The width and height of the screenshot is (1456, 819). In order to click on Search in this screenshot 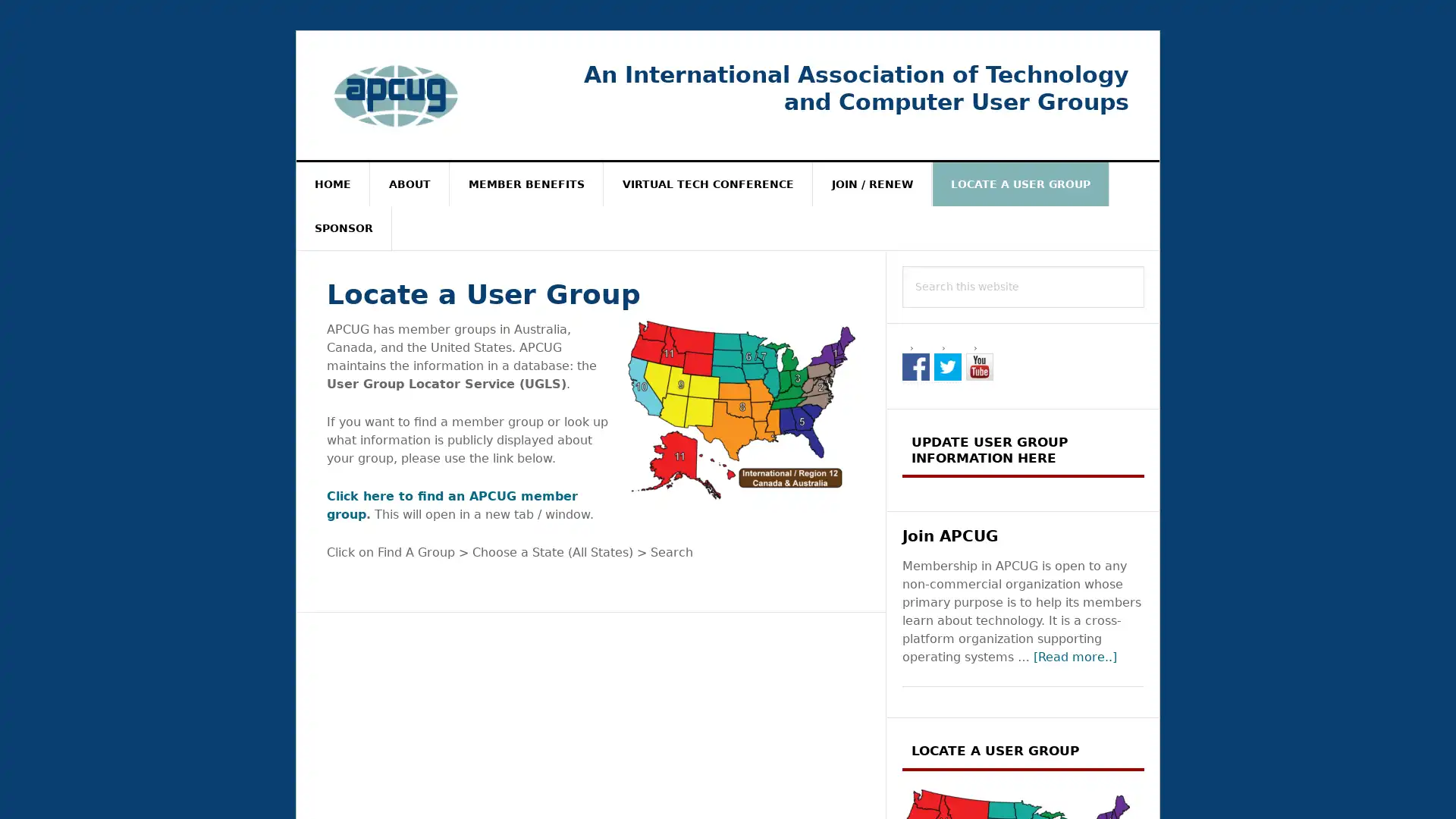, I will do `click(1144, 265)`.